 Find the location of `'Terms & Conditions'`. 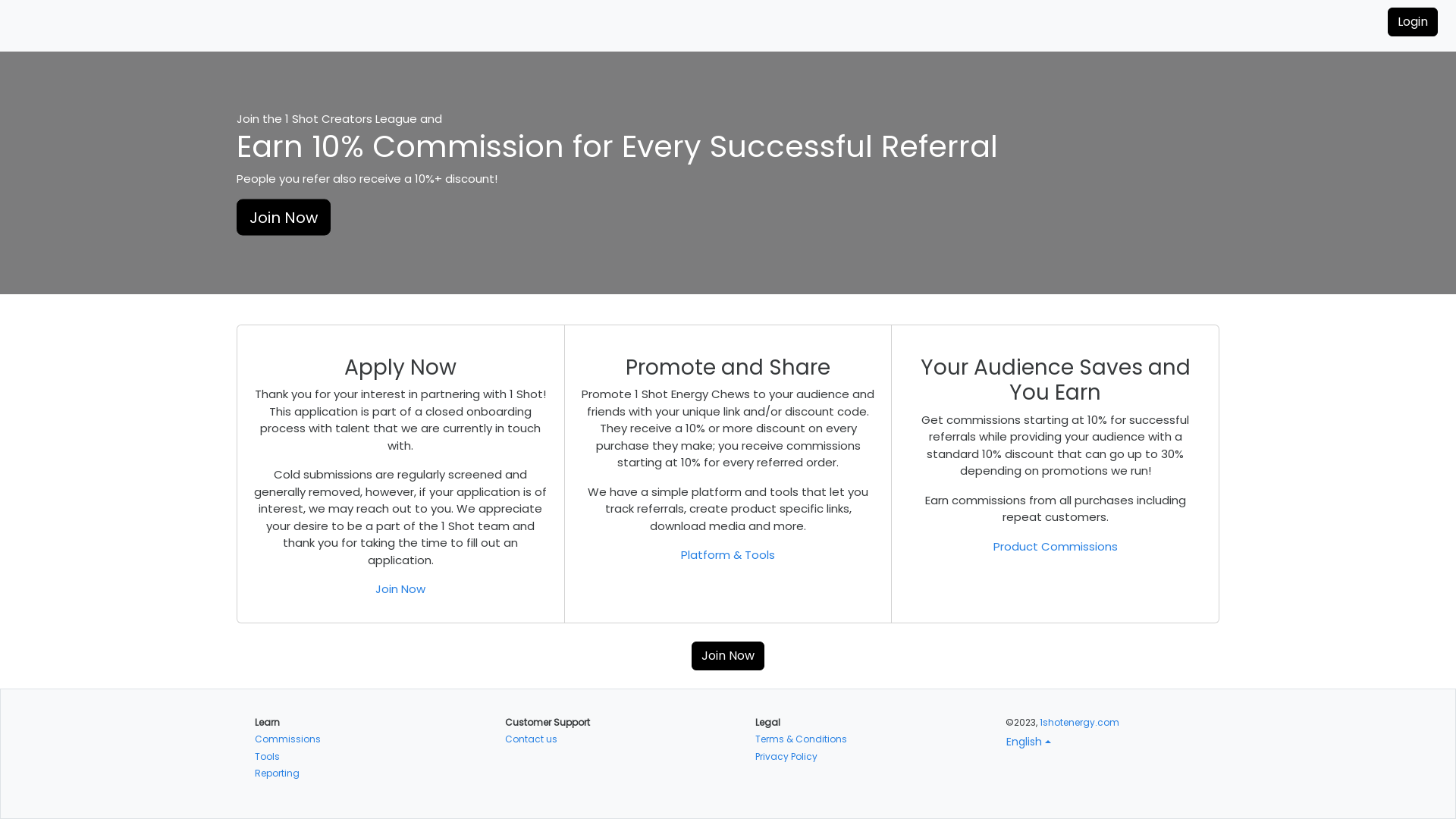

'Terms & Conditions' is located at coordinates (755, 704).